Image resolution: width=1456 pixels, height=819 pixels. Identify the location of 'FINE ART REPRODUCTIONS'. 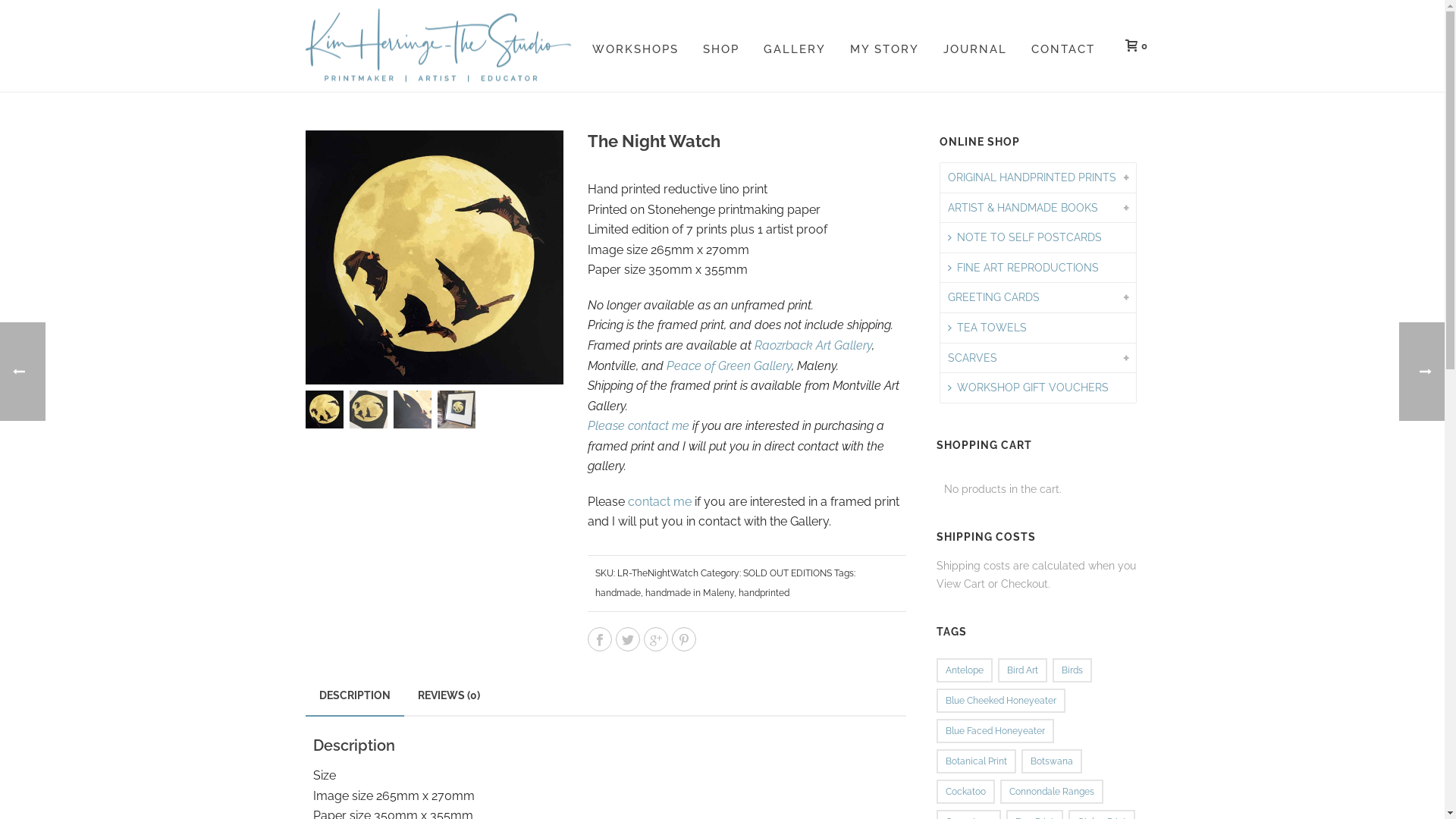
(1023, 267).